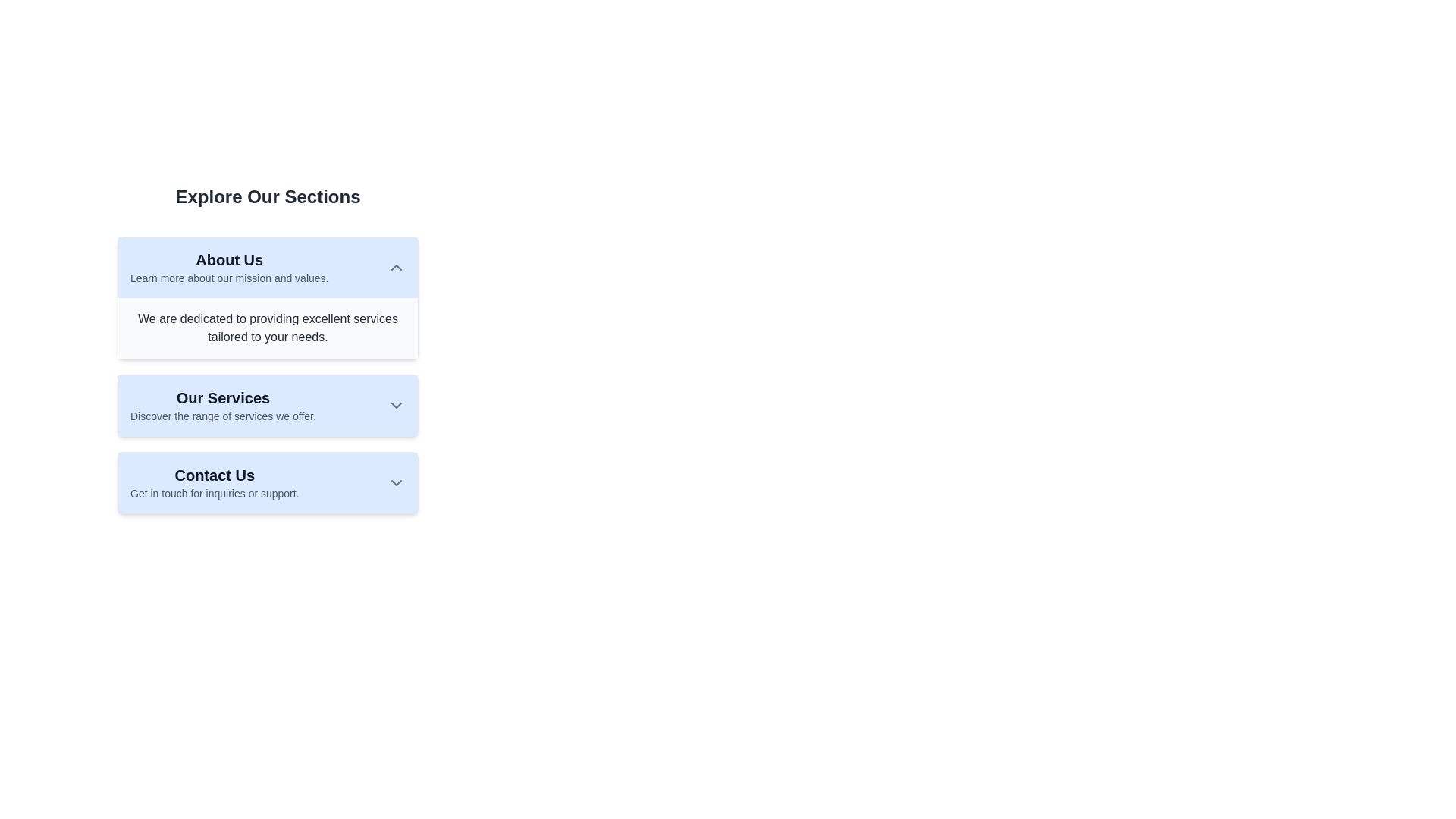 This screenshot has height=819, width=1456. What do you see at coordinates (268, 482) in the screenshot?
I see `the section header that expands` at bounding box center [268, 482].